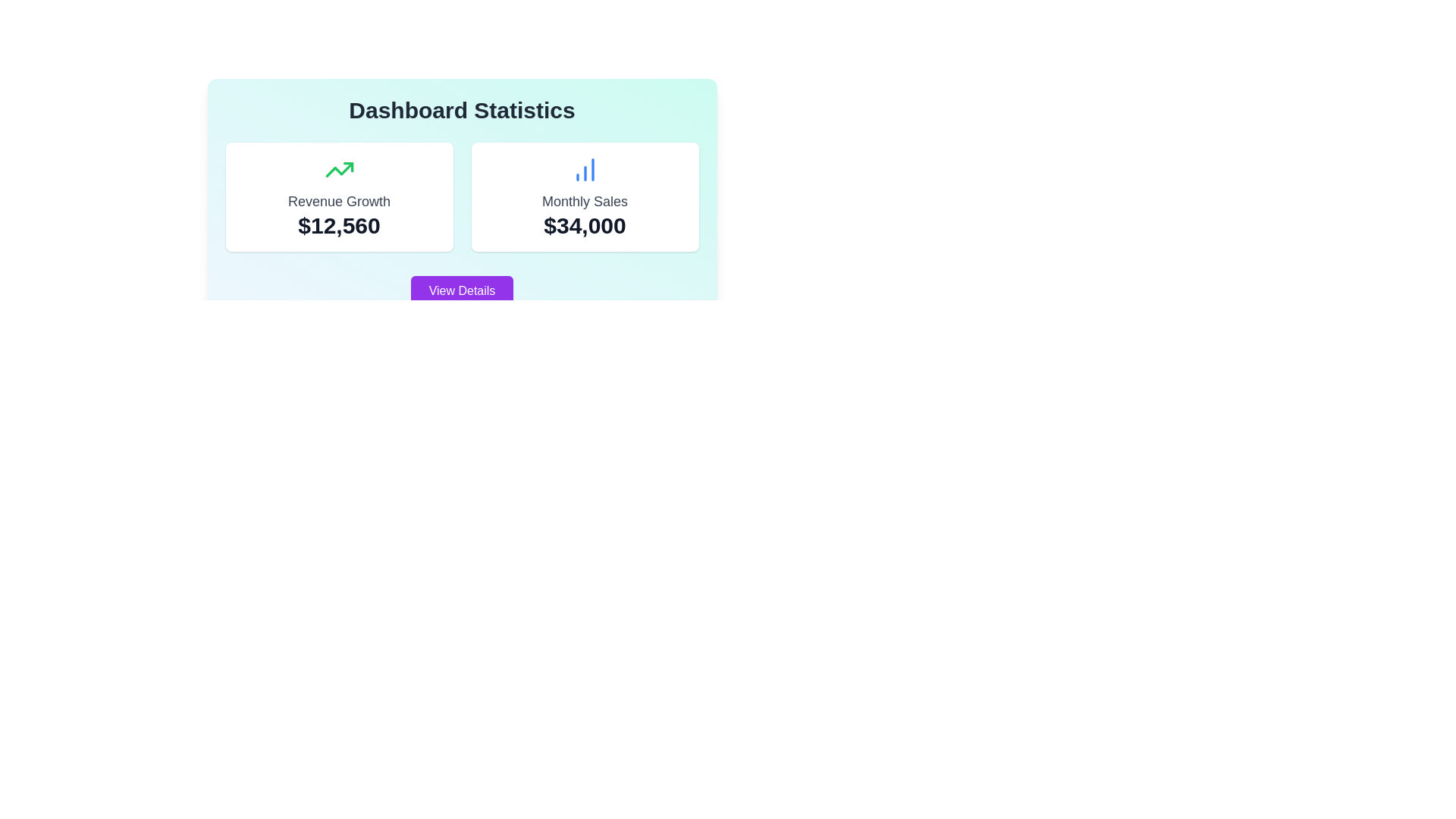  I want to click on the static text label that serves as a descriptive title for the sales data section, located within a card interface on the right side of a comparison layout, below a chart icon and above a bold sales amount, so click(584, 201).